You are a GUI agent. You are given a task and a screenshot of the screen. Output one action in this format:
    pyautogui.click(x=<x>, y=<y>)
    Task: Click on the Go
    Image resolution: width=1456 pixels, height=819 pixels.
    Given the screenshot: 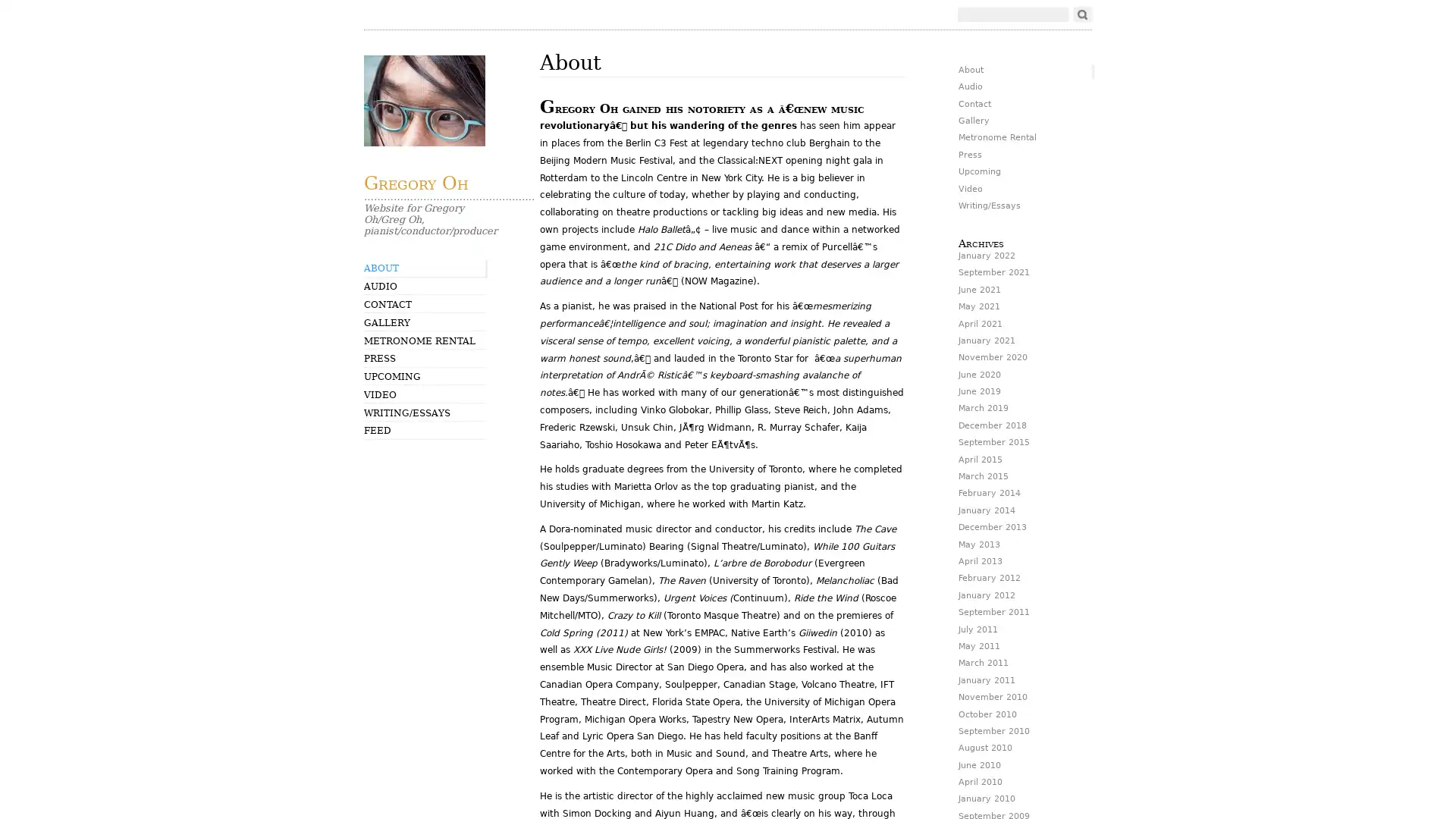 What is the action you would take?
    pyautogui.click(x=1081, y=14)
    